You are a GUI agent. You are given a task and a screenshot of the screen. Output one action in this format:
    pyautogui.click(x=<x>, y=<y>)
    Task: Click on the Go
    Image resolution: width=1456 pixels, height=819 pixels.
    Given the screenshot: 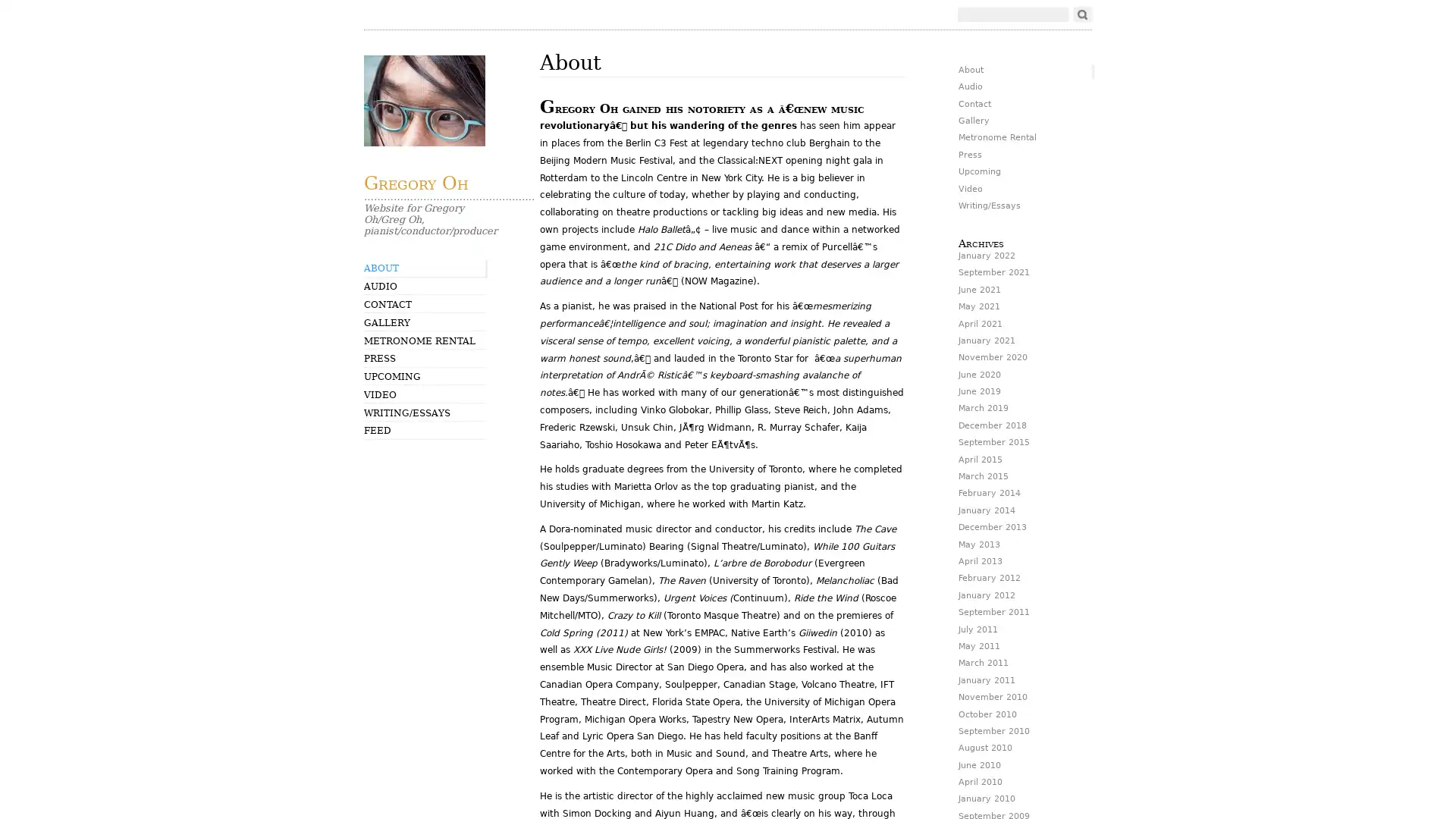 What is the action you would take?
    pyautogui.click(x=1081, y=14)
    